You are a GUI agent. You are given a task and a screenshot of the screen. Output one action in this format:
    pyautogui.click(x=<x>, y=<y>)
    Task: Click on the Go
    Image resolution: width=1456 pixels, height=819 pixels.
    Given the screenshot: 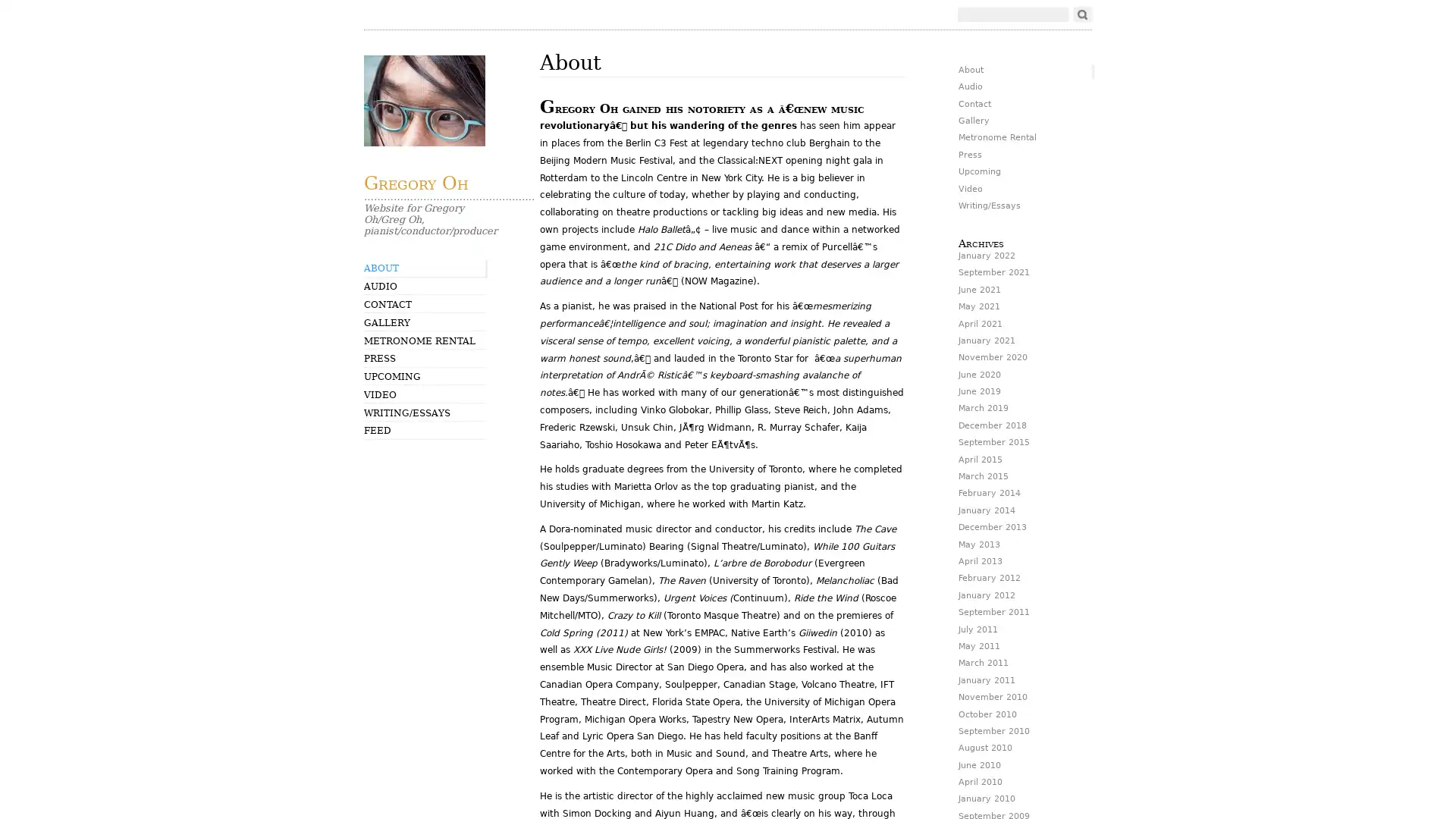 What is the action you would take?
    pyautogui.click(x=1081, y=14)
    